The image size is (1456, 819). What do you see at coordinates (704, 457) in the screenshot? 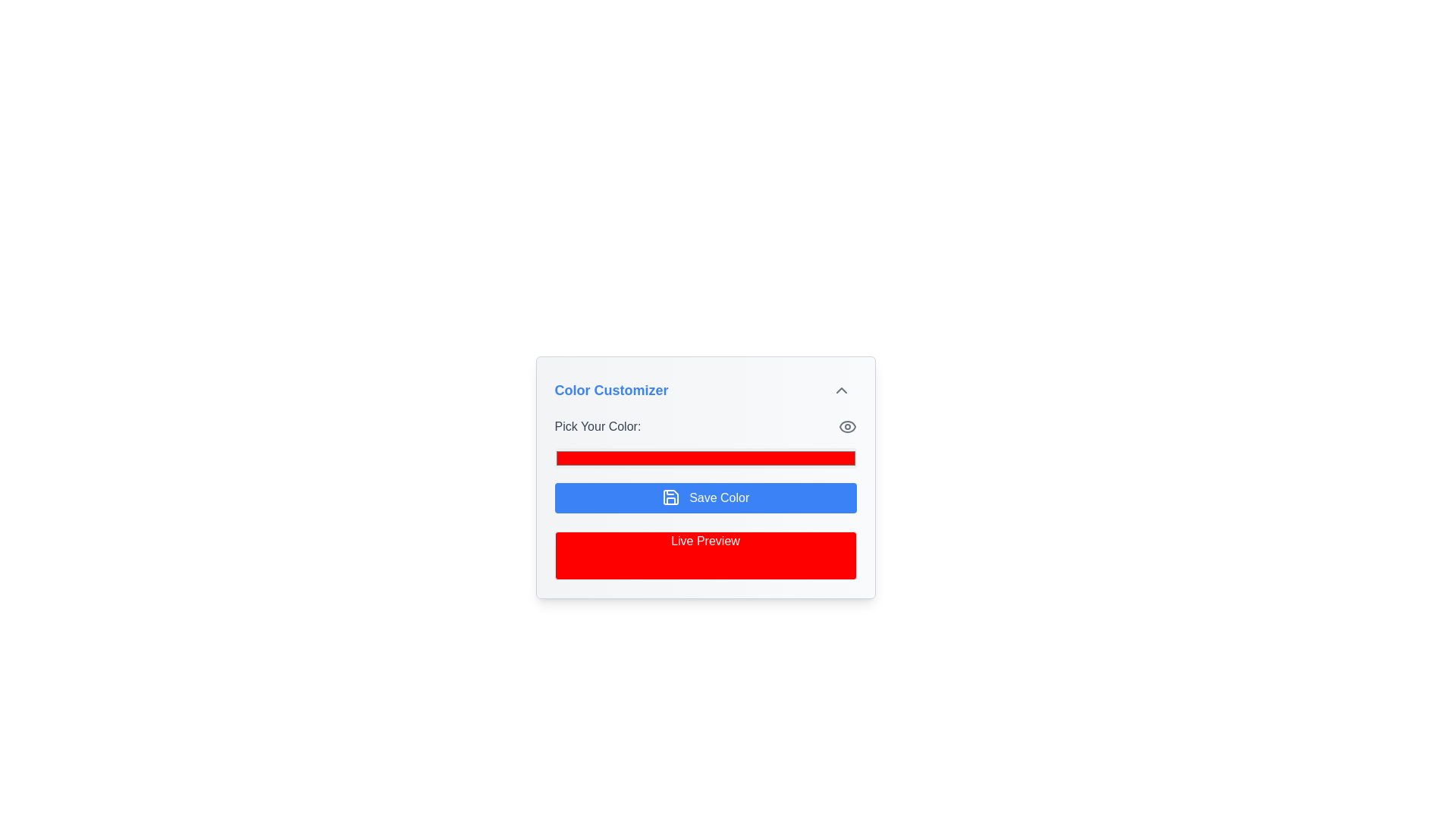
I see `the Color Picker Input Field located below the 'Pick Your Color:' label` at bounding box center [704, 457].